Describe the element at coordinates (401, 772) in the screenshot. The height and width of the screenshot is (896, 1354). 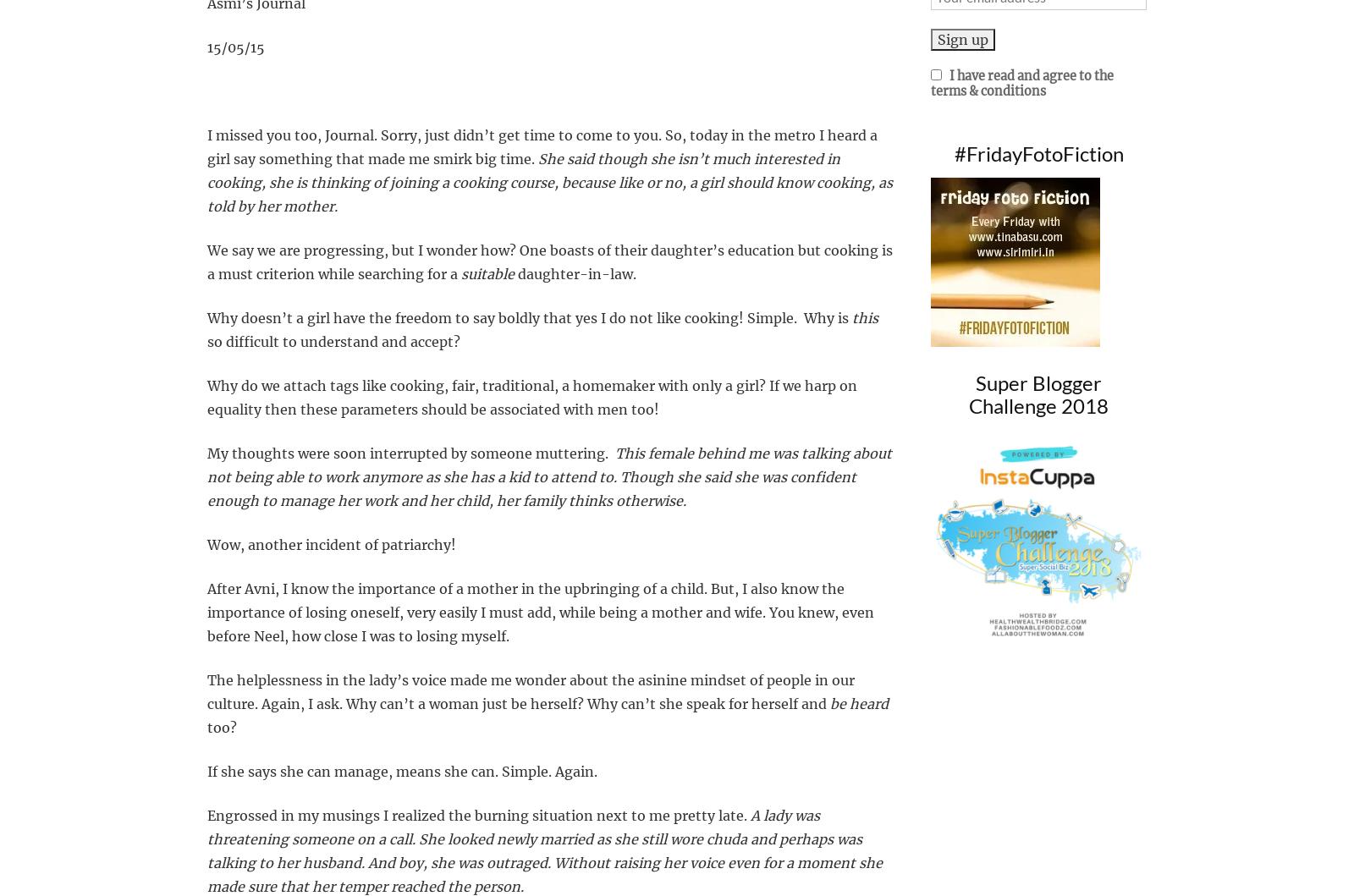
I see `'If she says she can manage, means she can. Simple. Again.'` at that location.